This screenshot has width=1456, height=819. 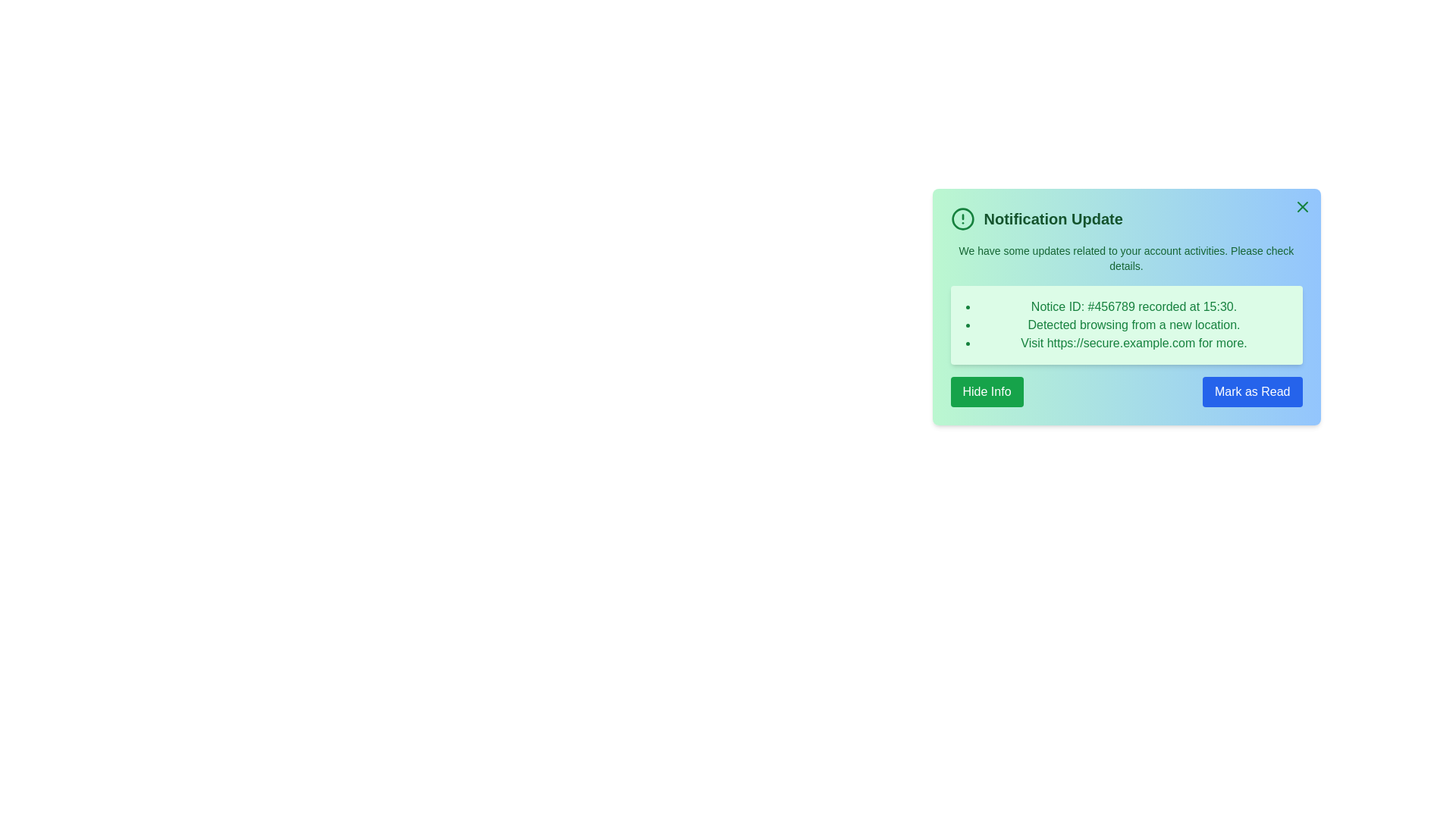 What do you see at coordinates (987, 391) in the screenshot?
I see `the 'Hide Info' button to toggle the visibility of additional information` at bounding box center [987, 391].